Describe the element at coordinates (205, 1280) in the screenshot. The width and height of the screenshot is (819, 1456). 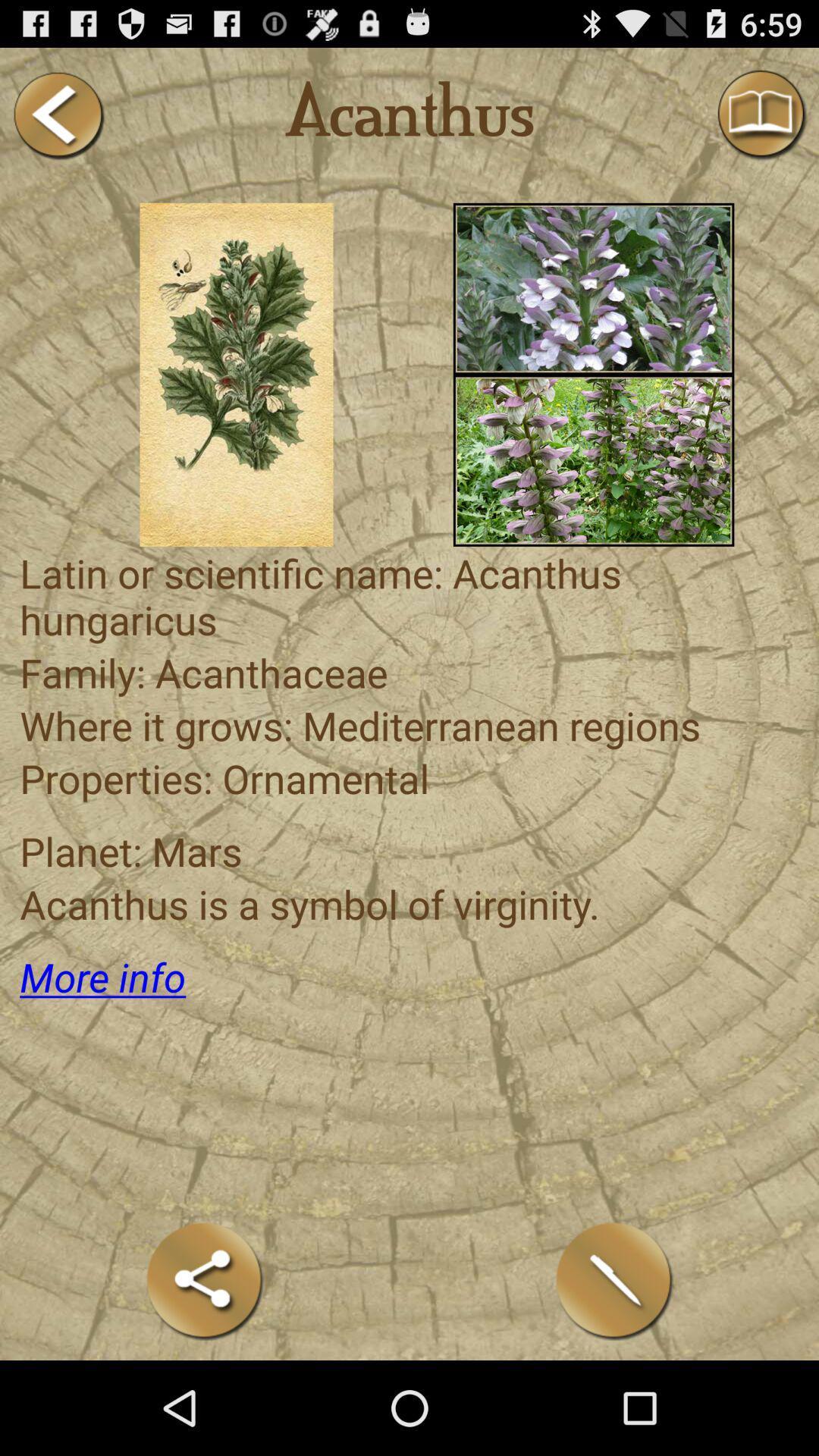
I see `share the article` at that location.